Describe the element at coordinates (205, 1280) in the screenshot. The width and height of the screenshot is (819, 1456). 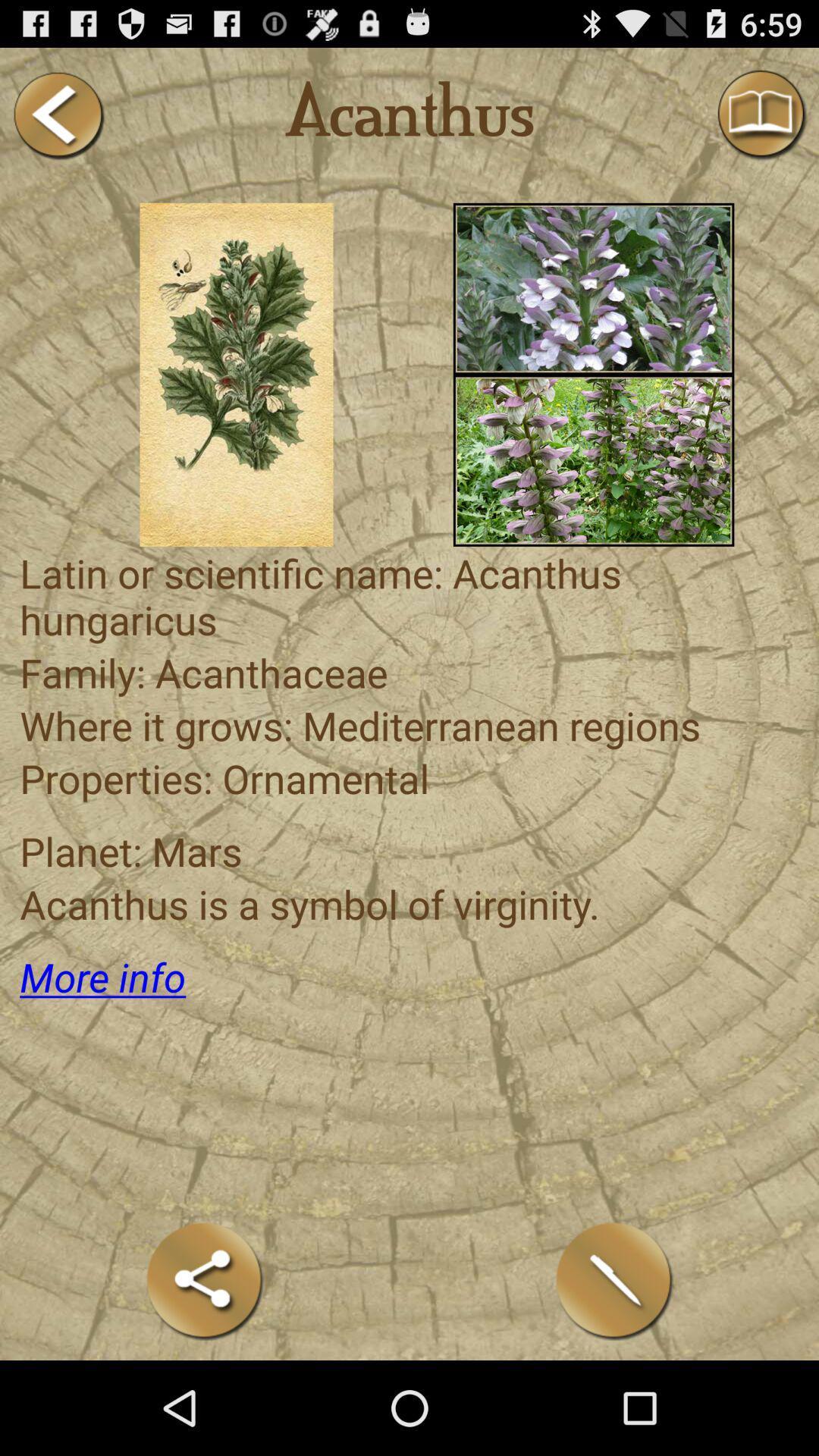
I see `share the article` at that location.